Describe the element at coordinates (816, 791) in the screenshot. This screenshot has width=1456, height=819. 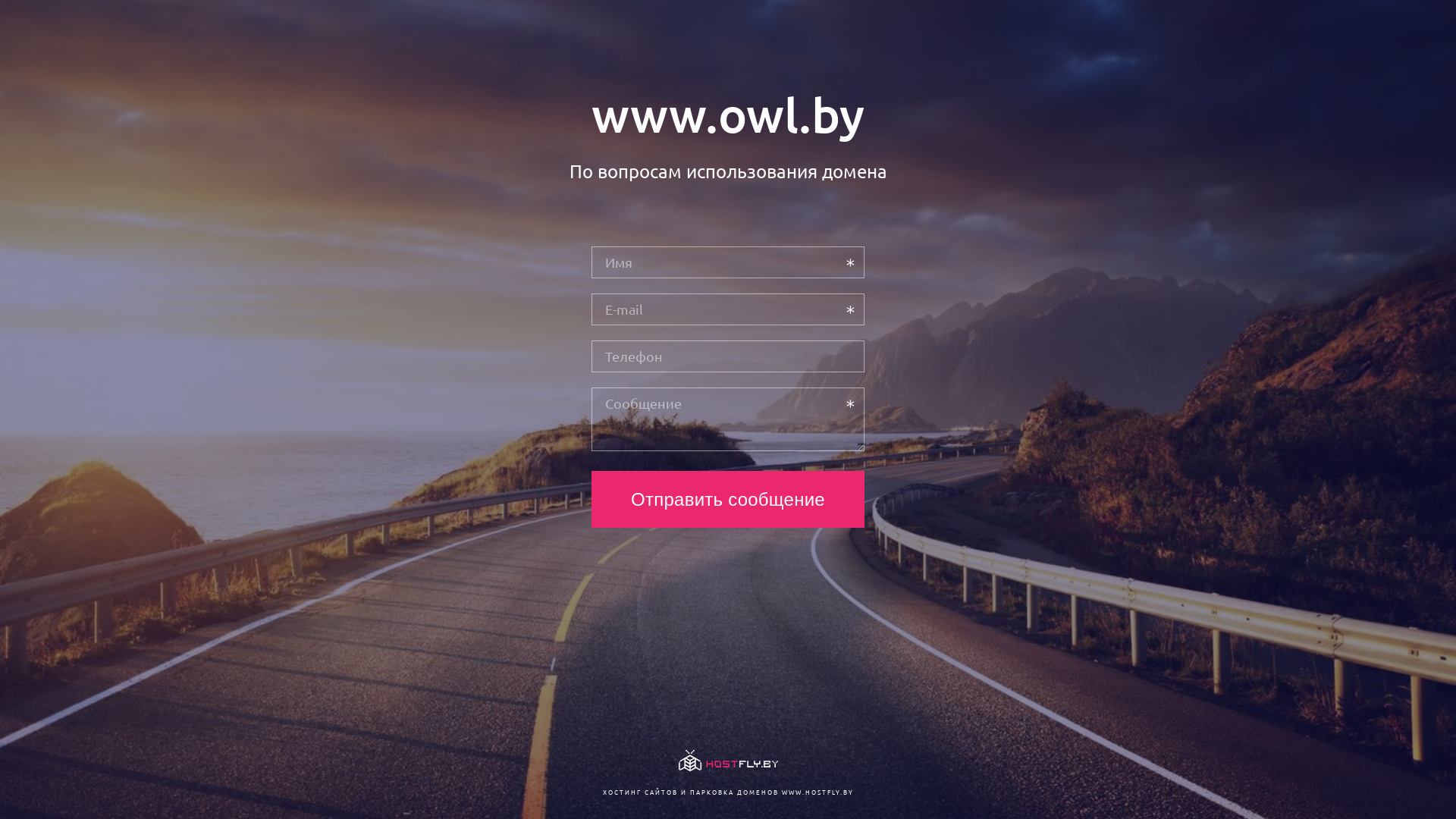
I see `'WWW.HOSTFLY.BY'` at that location.